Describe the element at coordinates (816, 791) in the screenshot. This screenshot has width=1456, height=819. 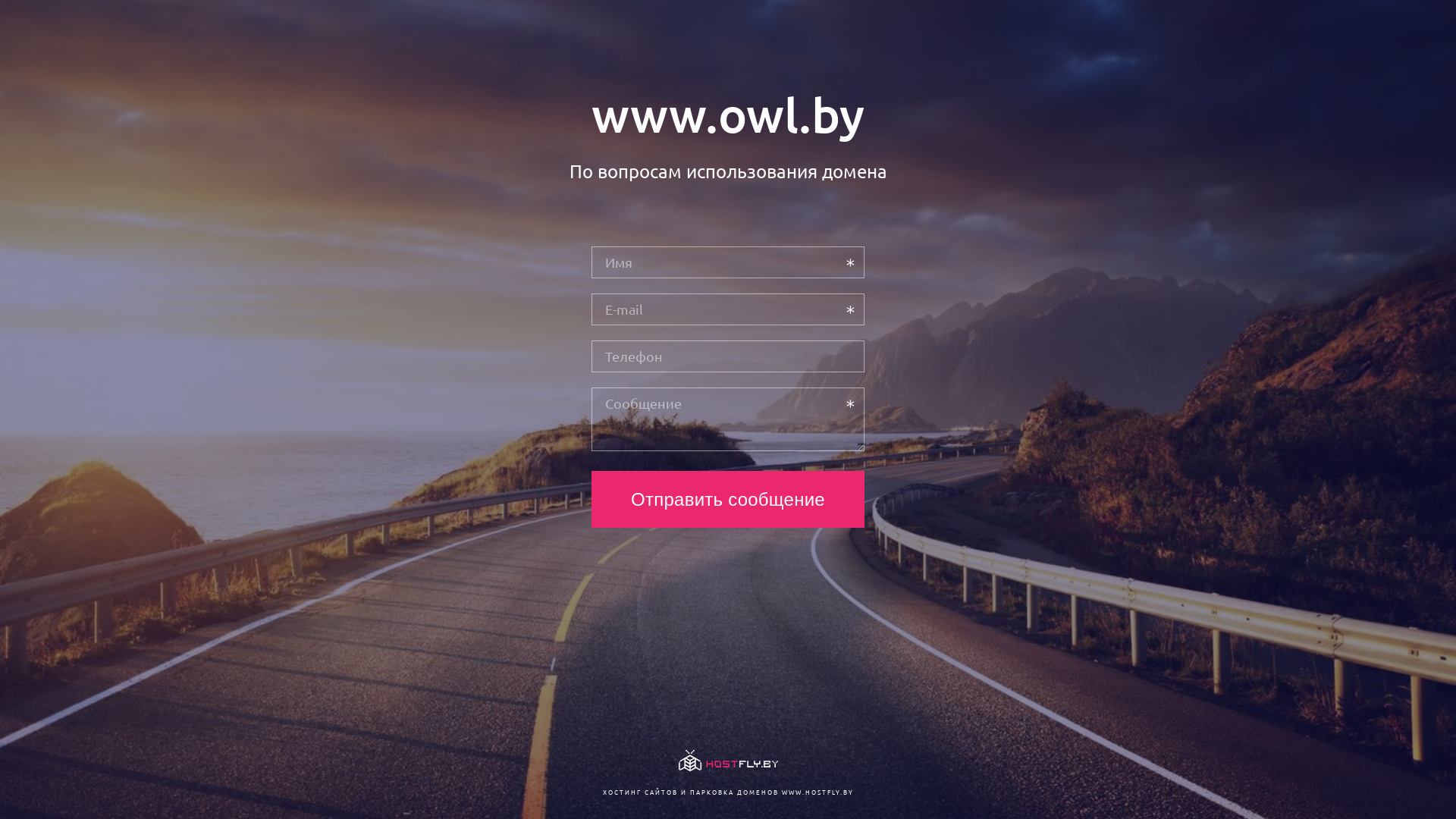
I see `'WWW.HOSTFLY.BY'` at that location.